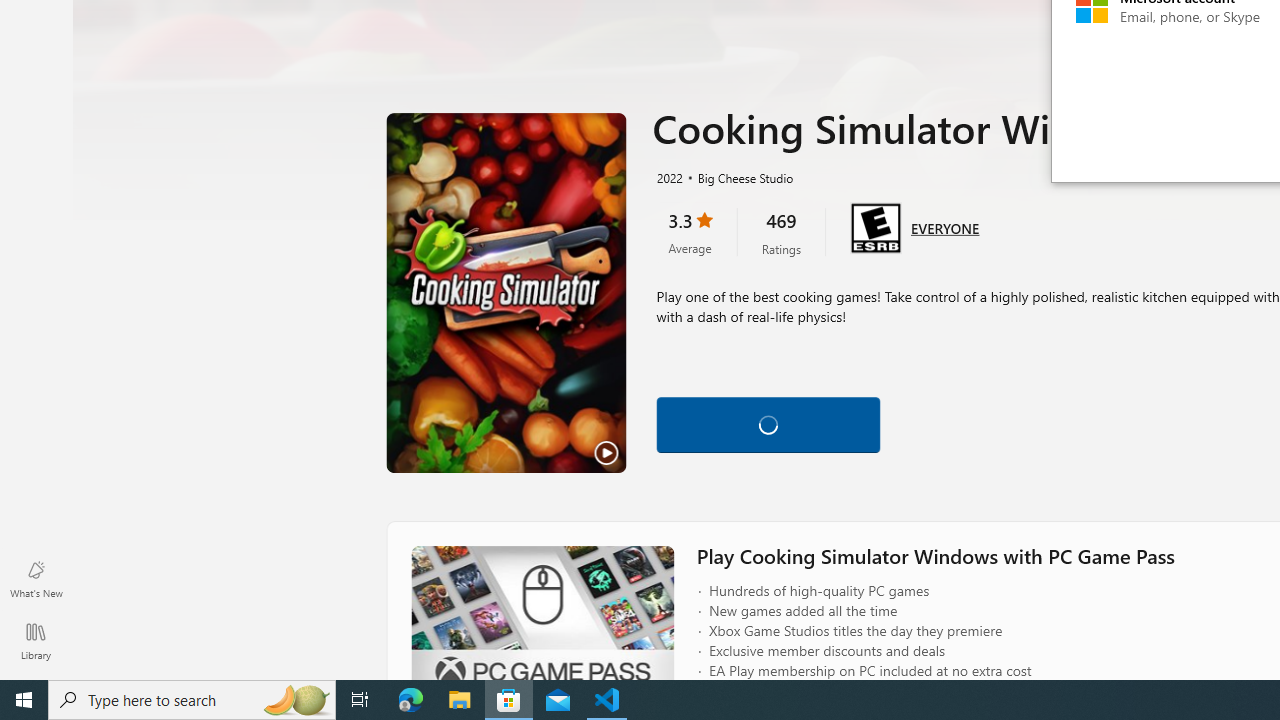  I want to click on 'Big Cheese Studio', so click(736, 176).